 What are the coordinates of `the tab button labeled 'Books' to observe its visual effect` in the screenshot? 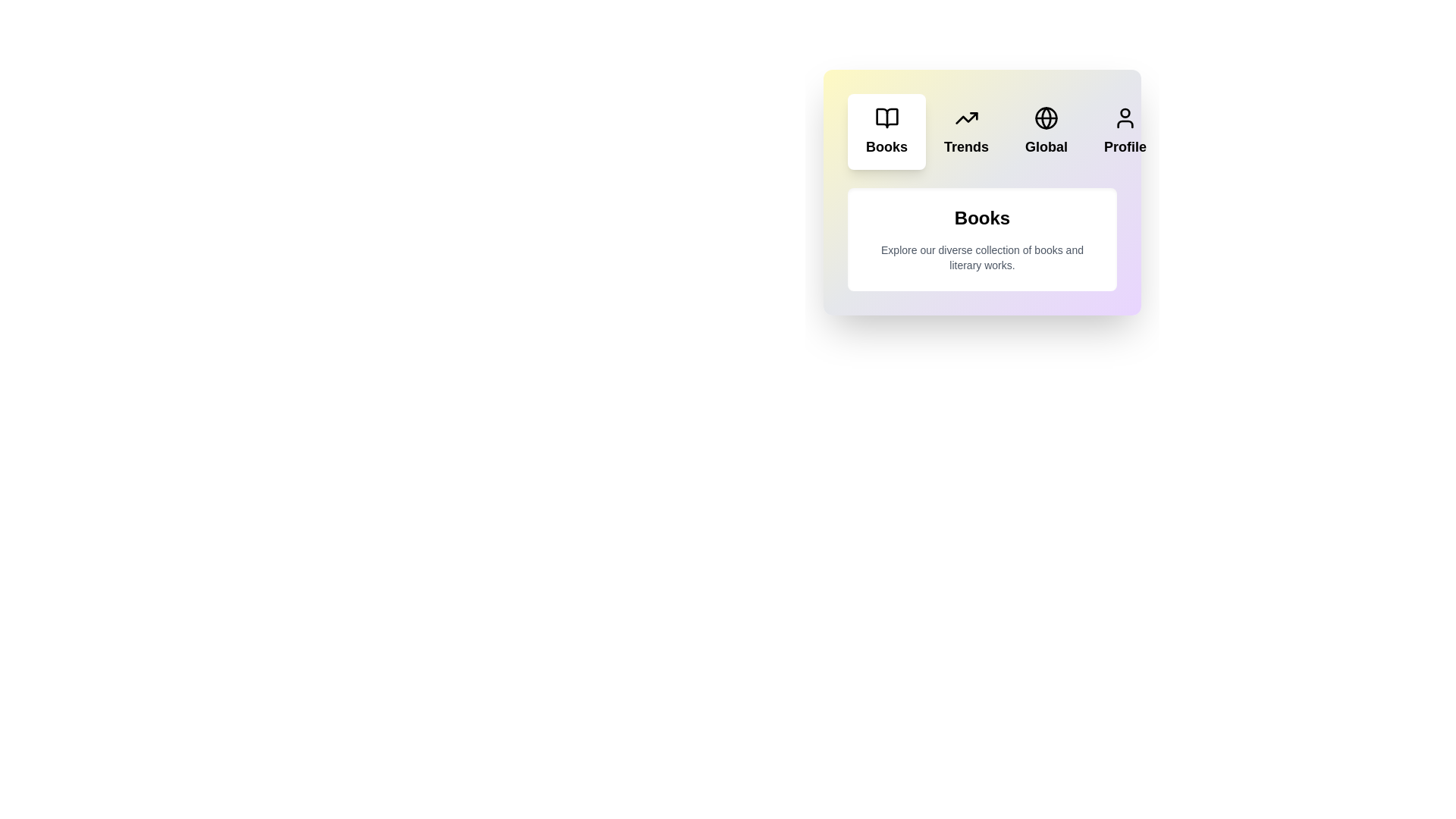 It's located at (886, 130).